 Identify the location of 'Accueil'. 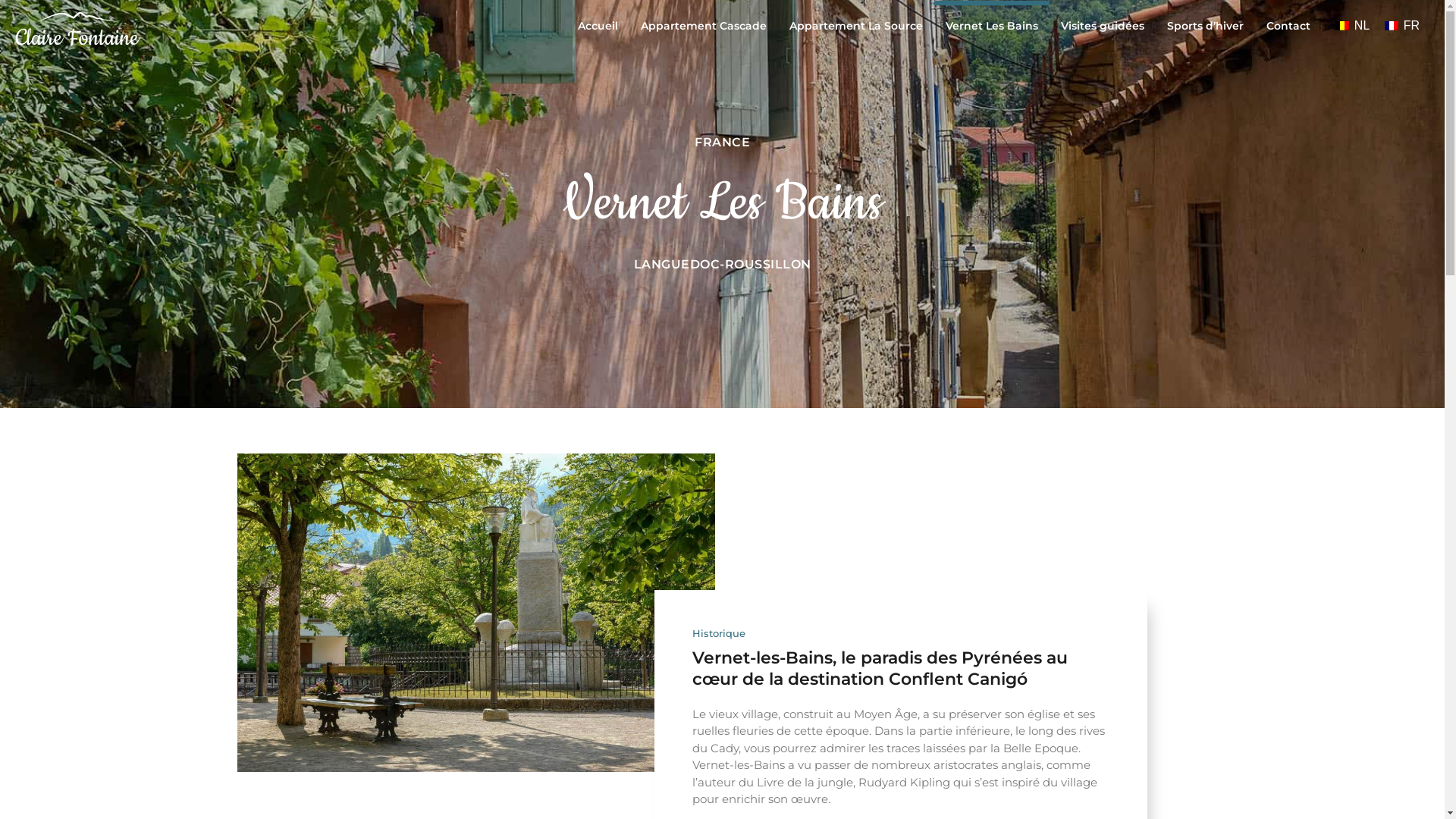
(597, 26).